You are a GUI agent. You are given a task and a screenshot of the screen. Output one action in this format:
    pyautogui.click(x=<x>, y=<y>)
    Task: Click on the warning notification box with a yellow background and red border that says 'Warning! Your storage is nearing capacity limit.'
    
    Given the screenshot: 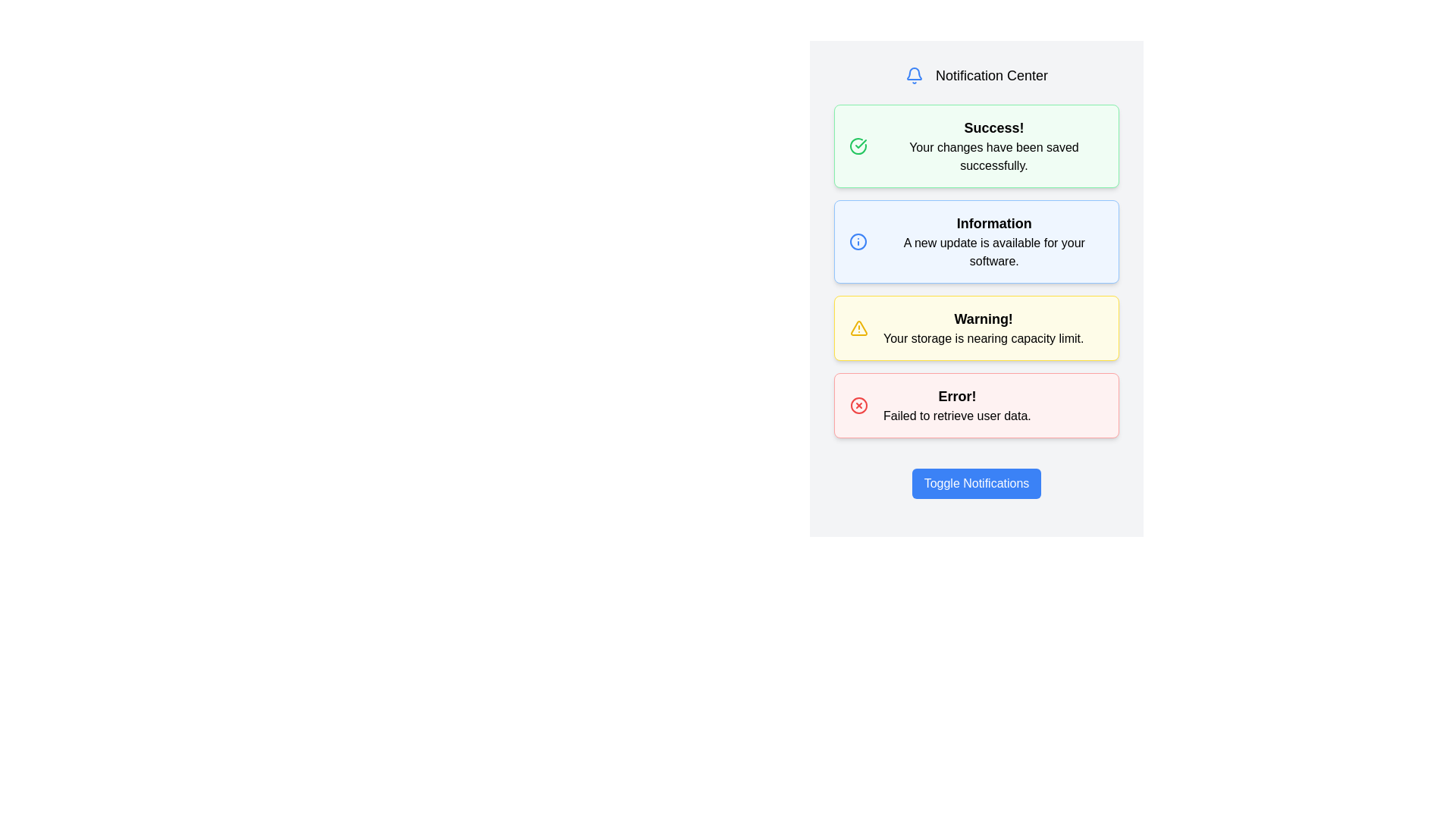 What is the action you would take?
    pyautogui.click(x=976, y=327)
    